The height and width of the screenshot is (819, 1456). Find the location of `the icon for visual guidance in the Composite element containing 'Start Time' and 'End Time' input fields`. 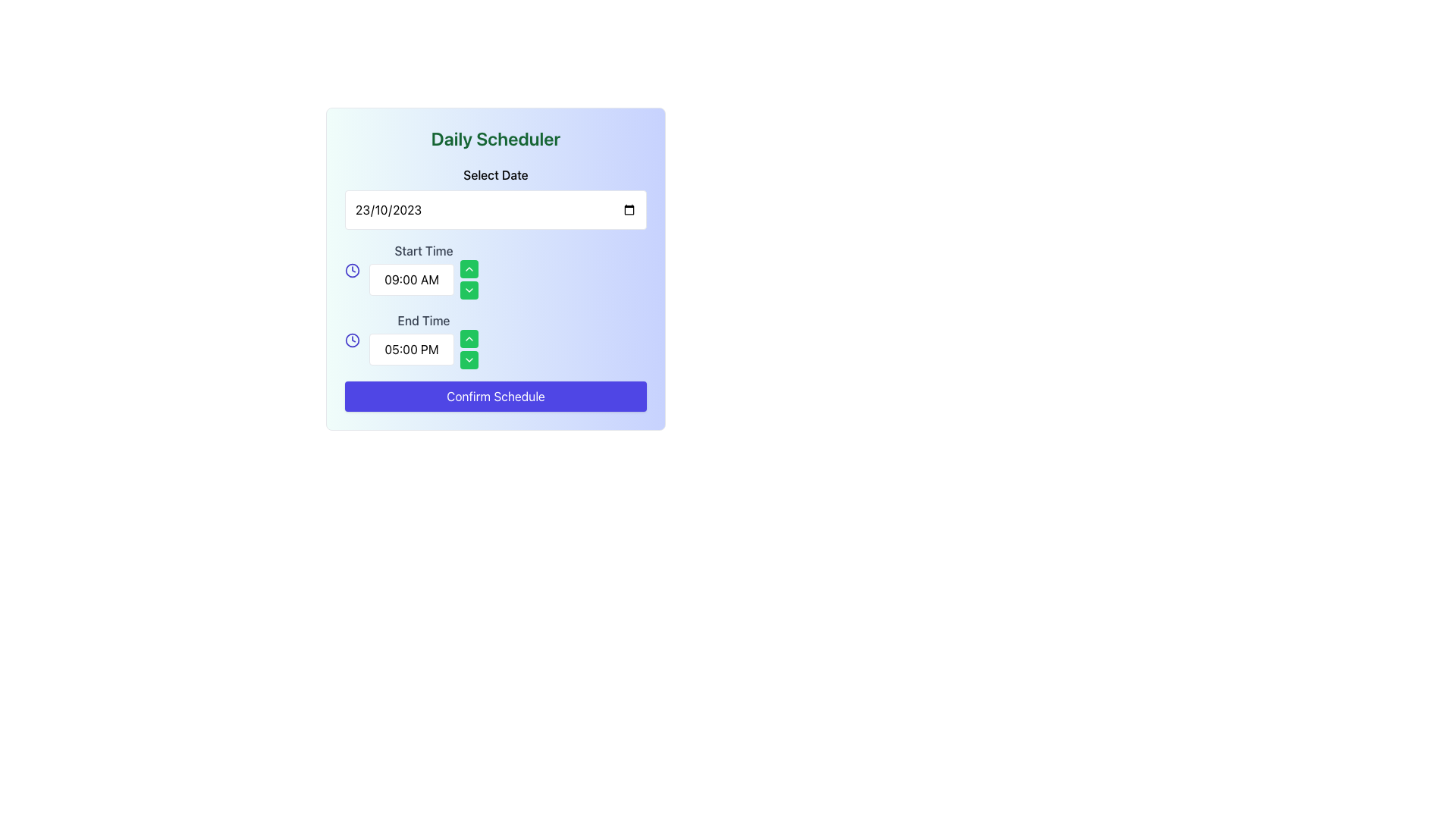

the icon for visual guidance in the Composite element containing 'Start Time' and 'End Time' input fields is located at coordinates (495, 305).